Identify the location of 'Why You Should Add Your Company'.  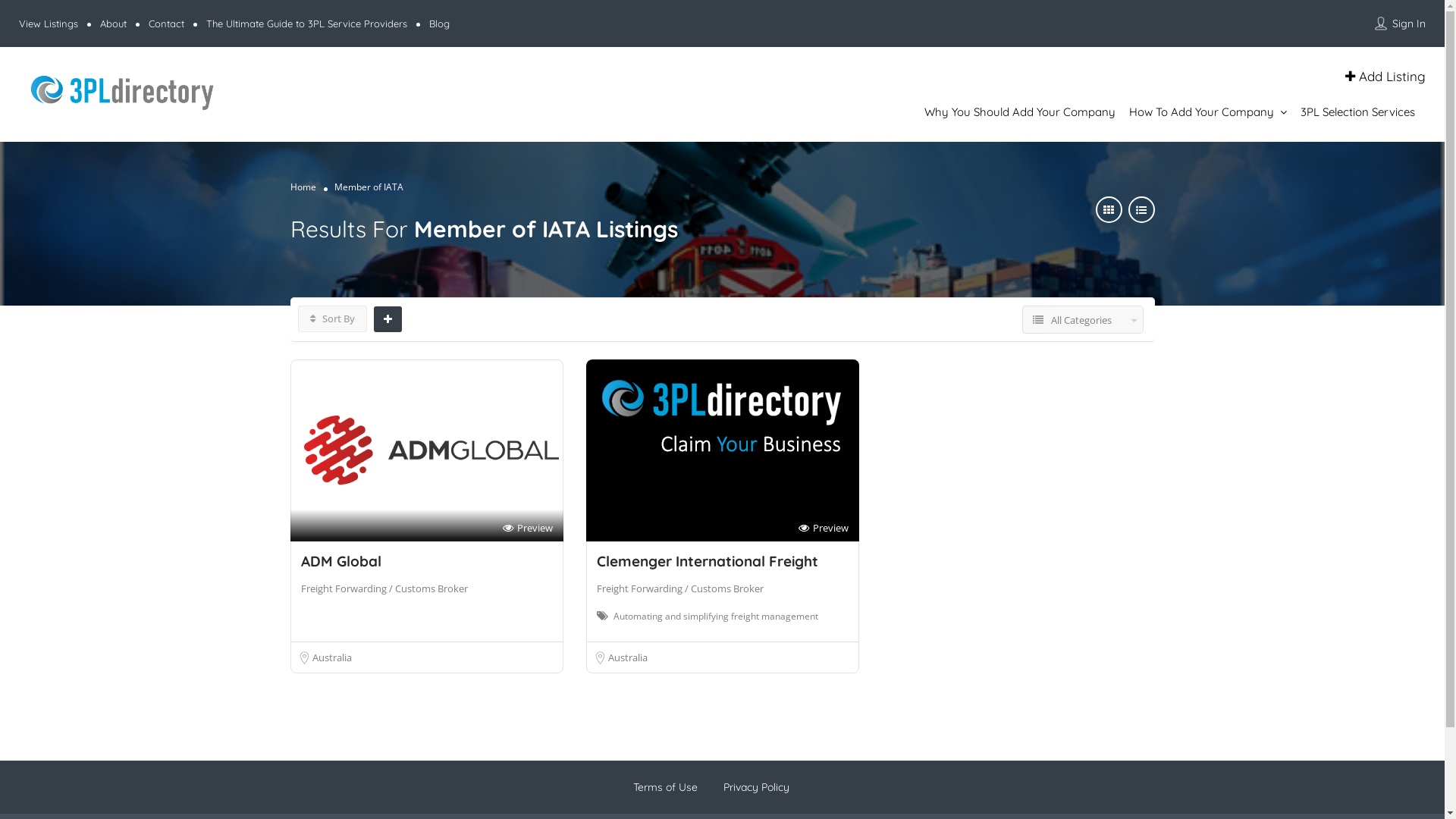
(924, 111).